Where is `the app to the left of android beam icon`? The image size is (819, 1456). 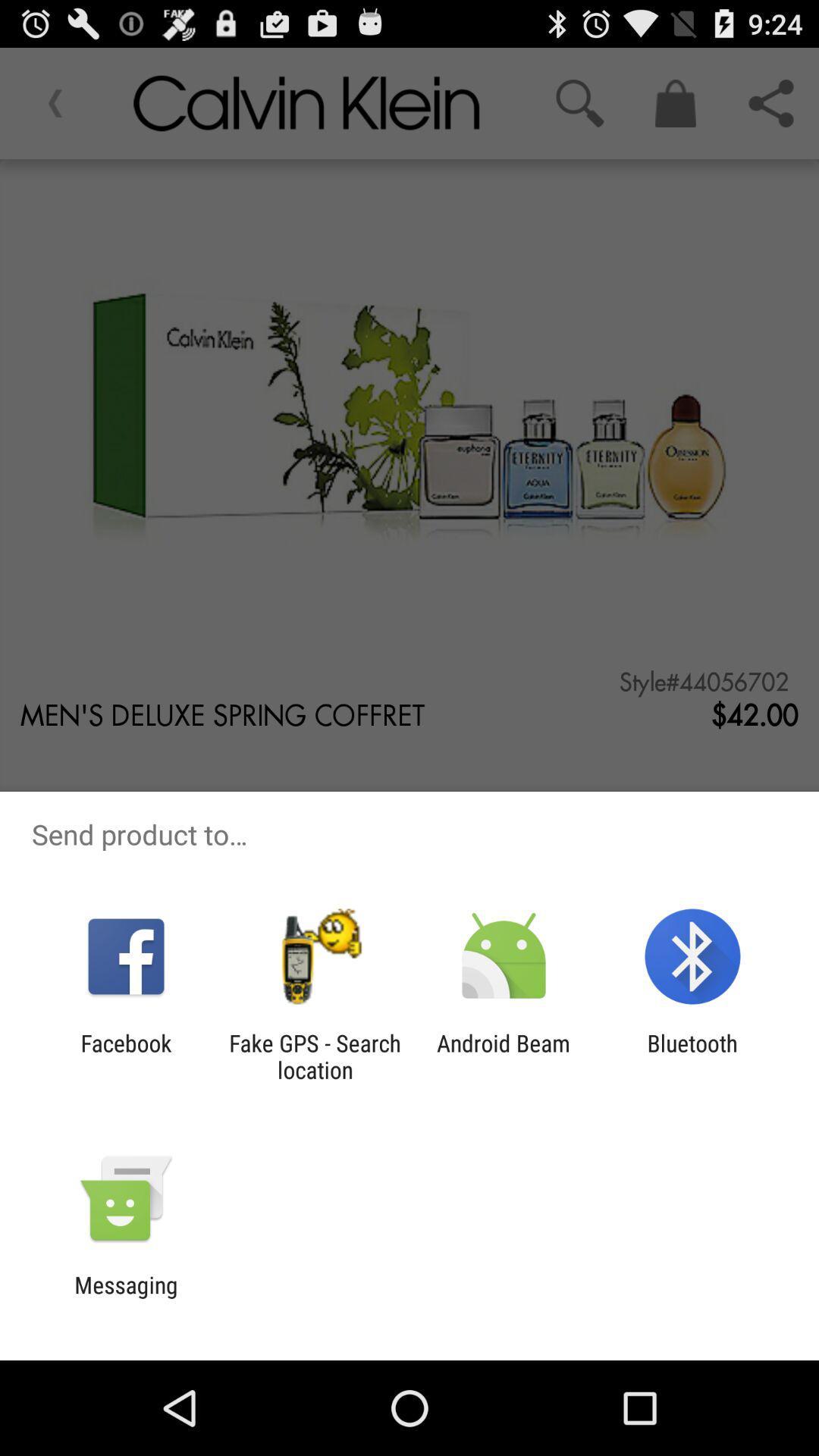
the app to the left of android beam icon is located at coordinates (314, 1056).